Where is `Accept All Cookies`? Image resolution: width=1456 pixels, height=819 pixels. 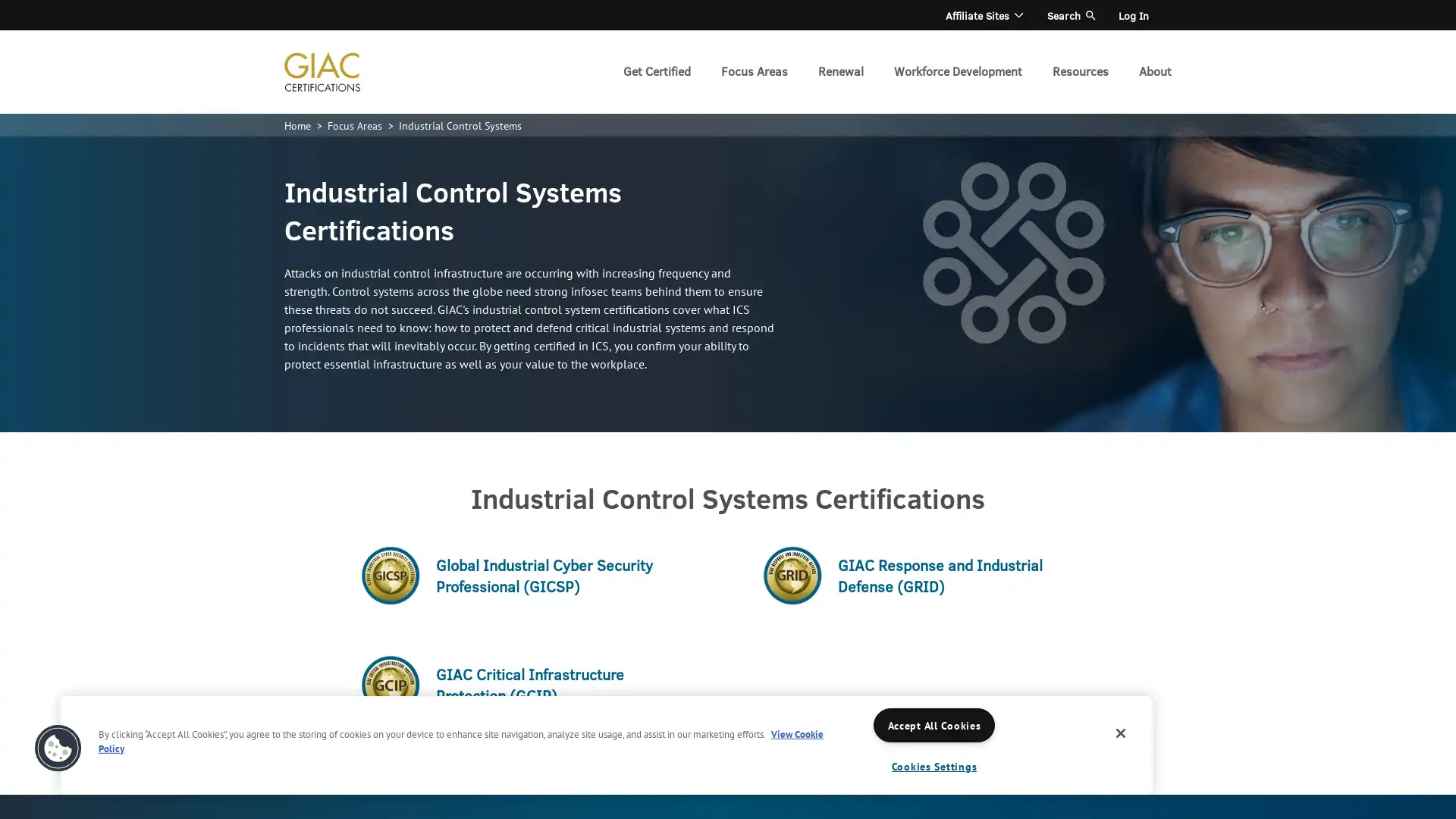
Accept All Cookies is located at coordinates (934, 724).